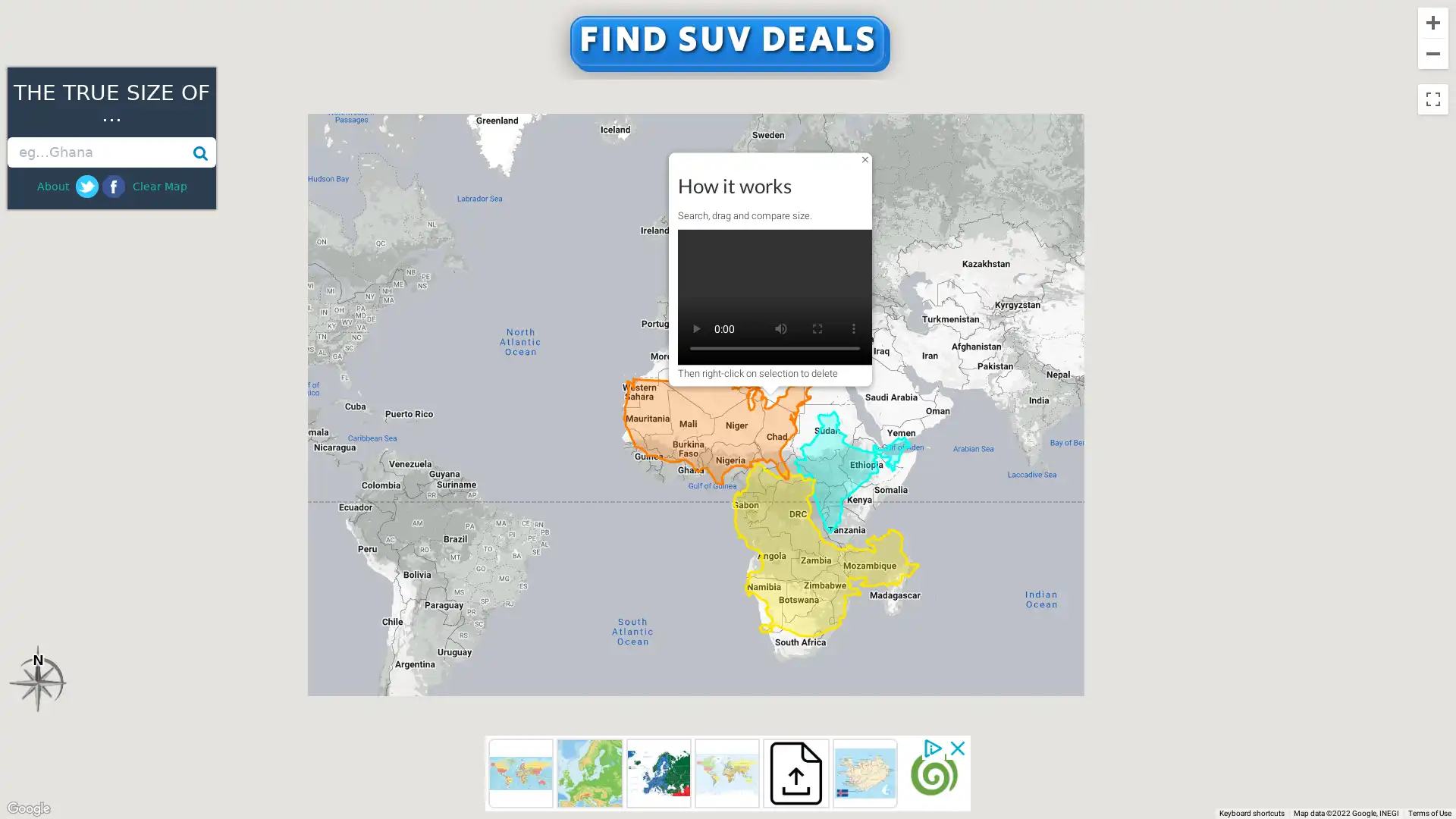  Describe the element at coordinates (781, 327) in the screenshot. I see `mute` at that location.